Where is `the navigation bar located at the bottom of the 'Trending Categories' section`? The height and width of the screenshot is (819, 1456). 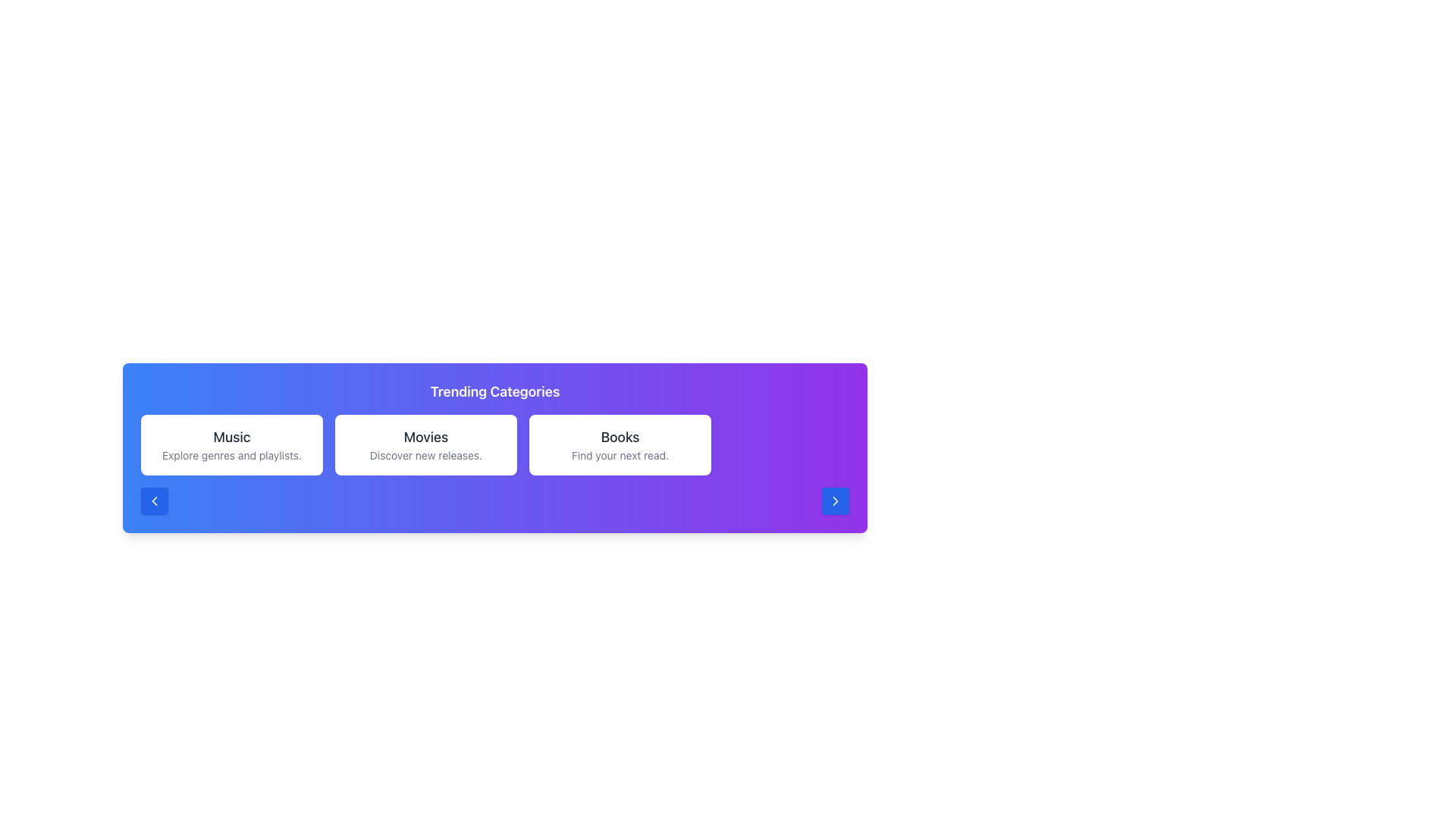
the navigation bar located at the bottom of the 'Trending Categories' section is located at coordinates (494, 500).